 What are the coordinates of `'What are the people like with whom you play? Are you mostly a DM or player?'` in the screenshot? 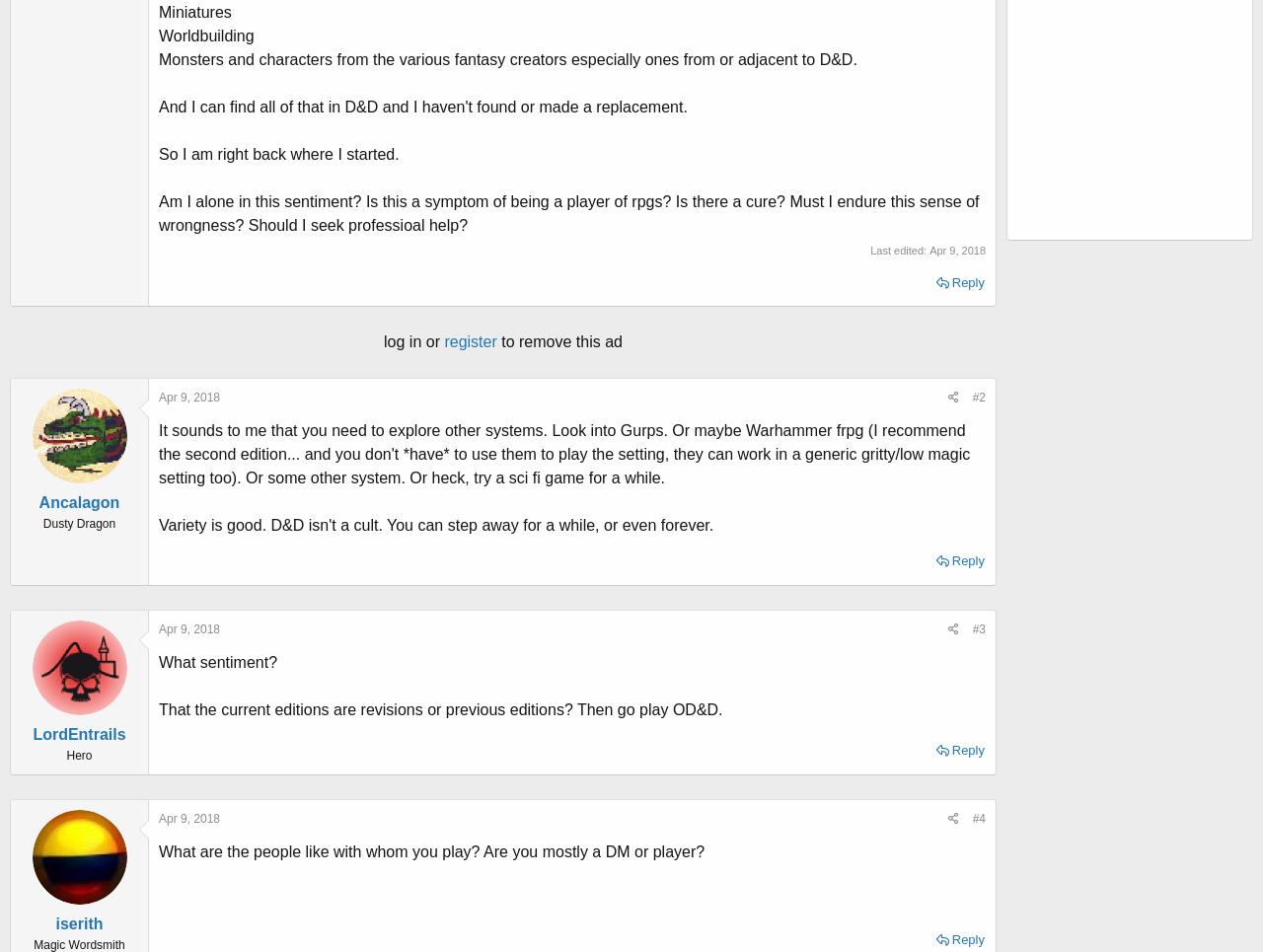 It's located at (430, 850).